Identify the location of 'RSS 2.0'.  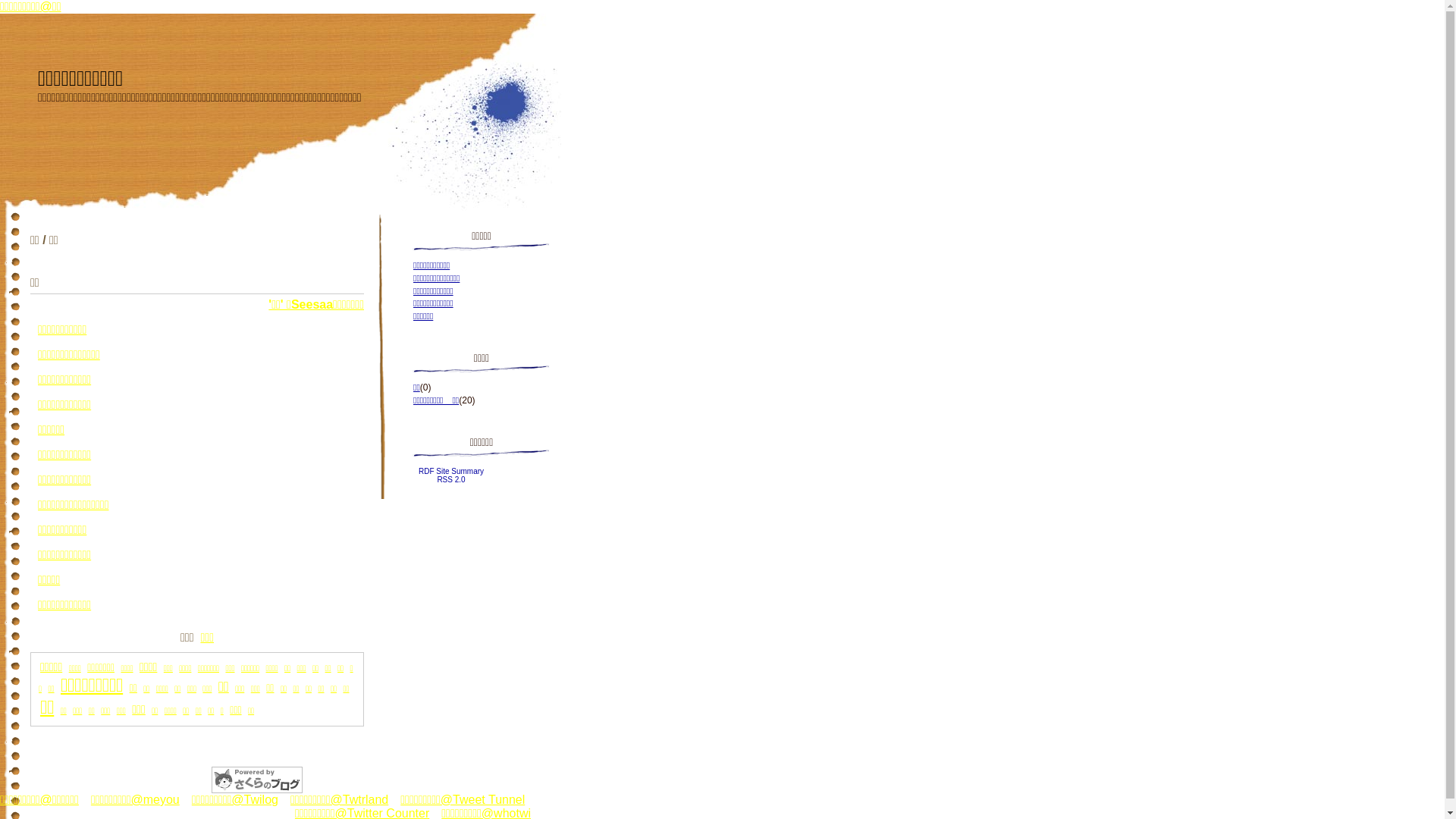
(450, 479).